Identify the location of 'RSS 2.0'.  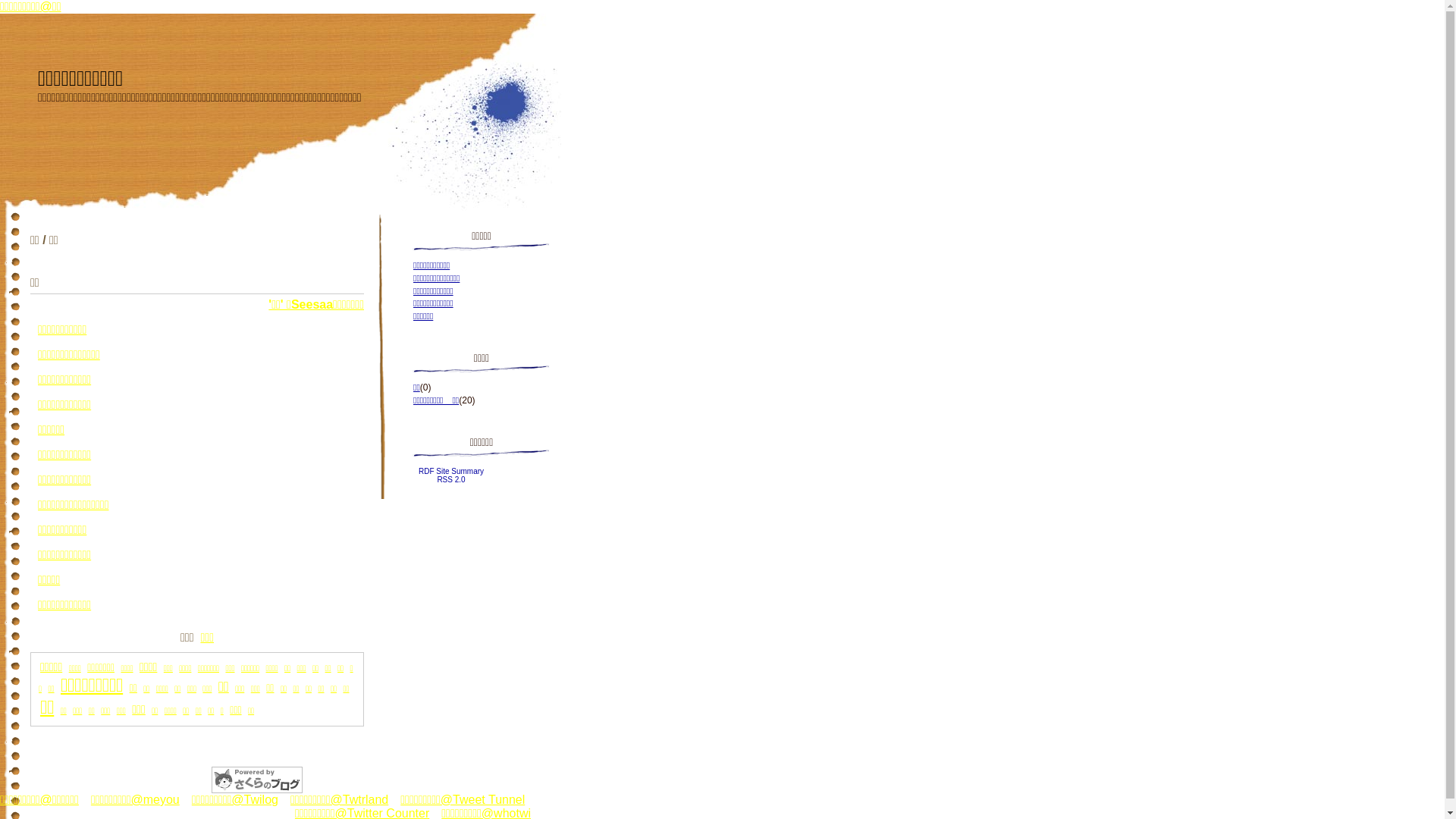
(450, 479).